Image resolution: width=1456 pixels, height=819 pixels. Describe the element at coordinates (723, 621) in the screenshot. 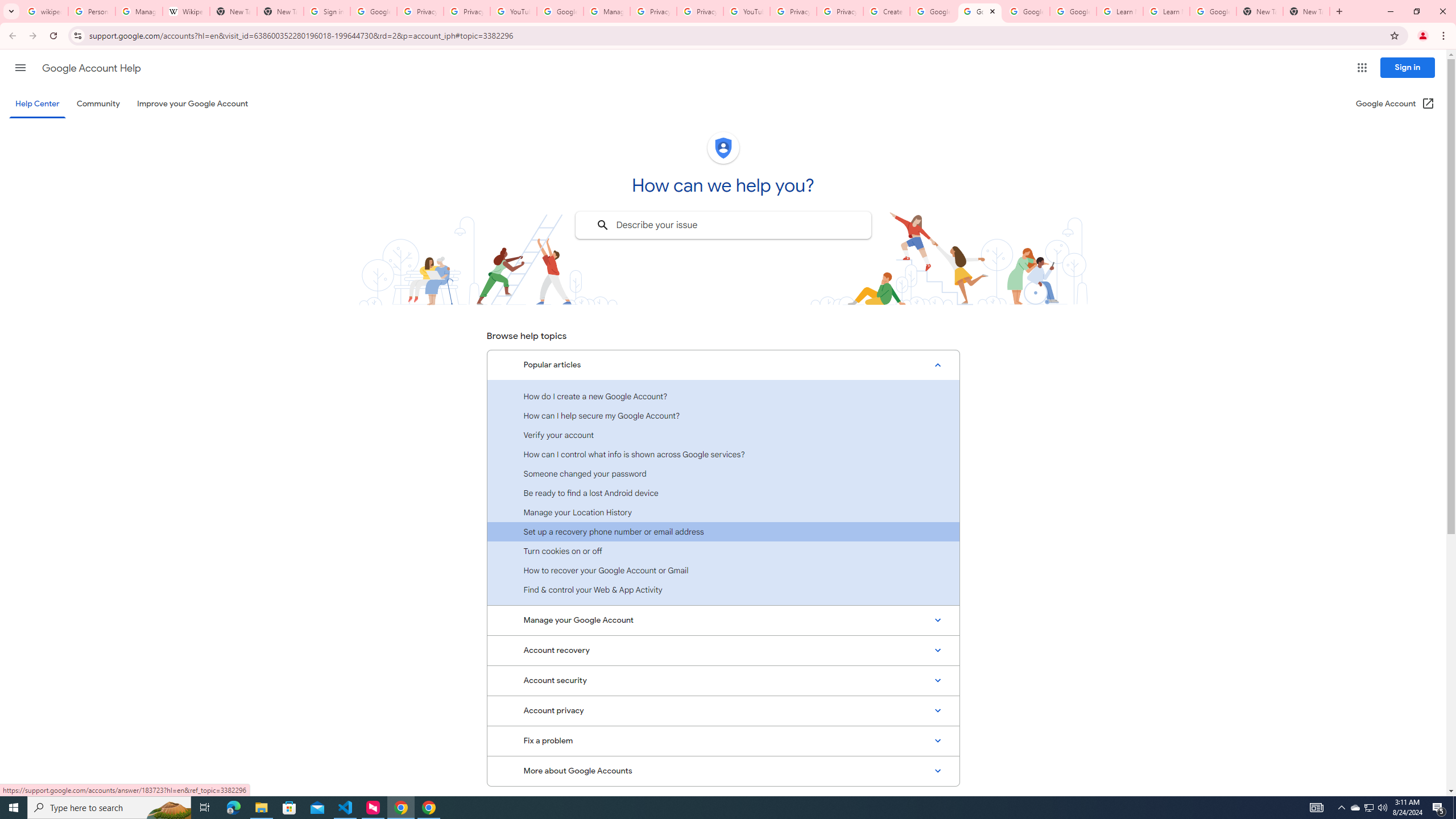

I see `'Manage your Google Account'` at that location.